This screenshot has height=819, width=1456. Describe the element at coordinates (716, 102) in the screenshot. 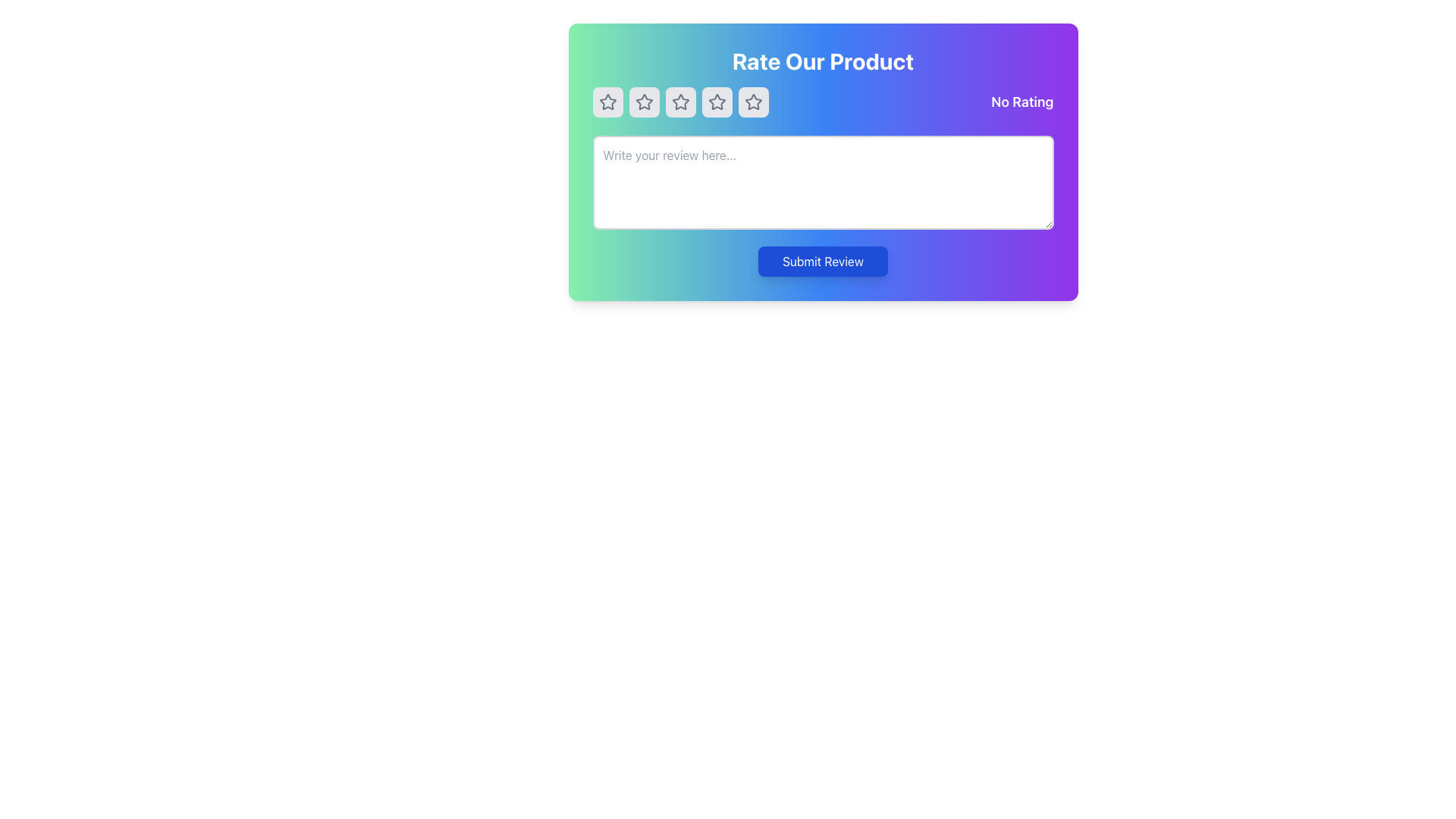

I see `the third star icon in the row of five stars` at that location.